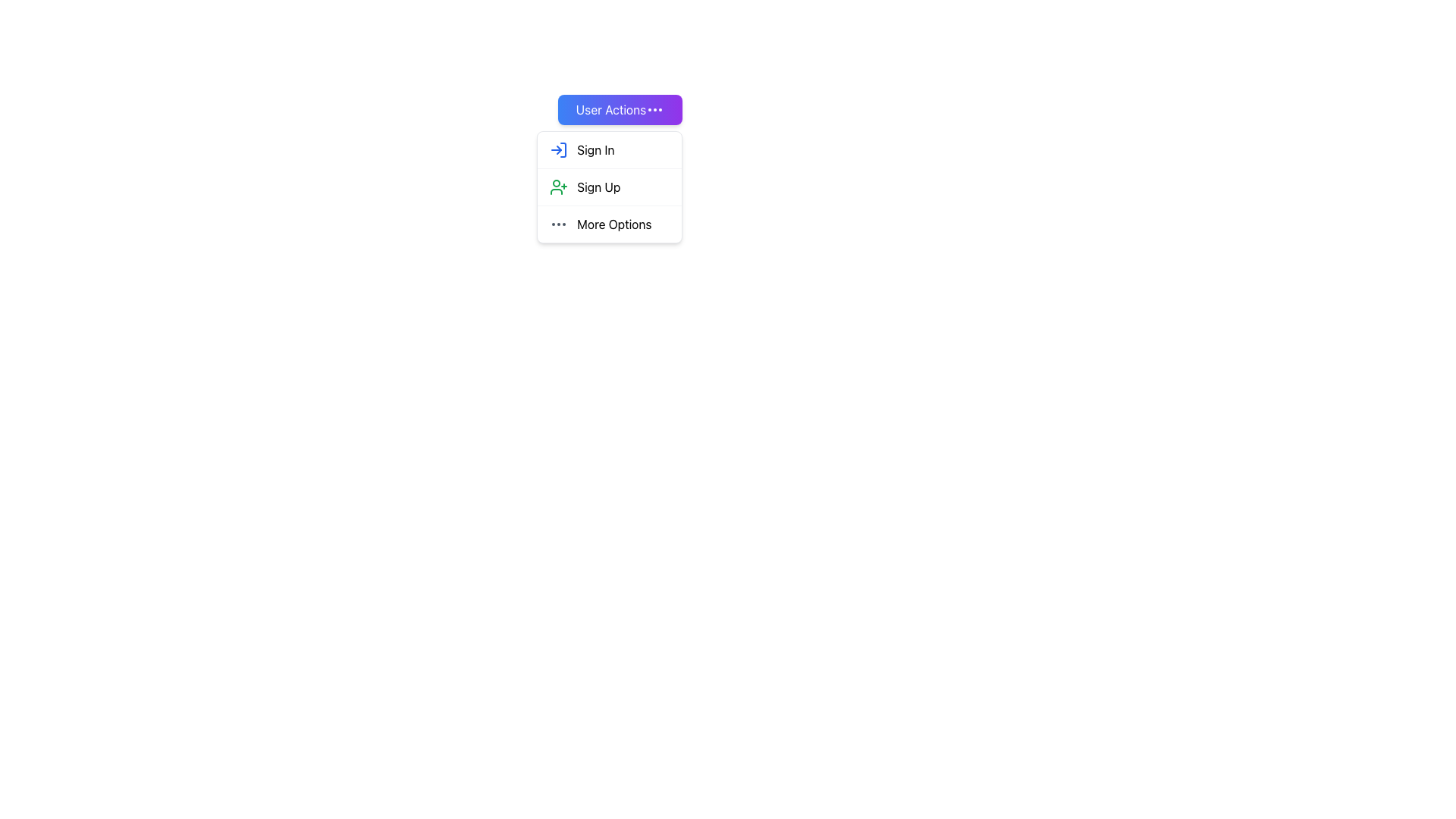 The width and height of the screenshot is (1456, 819). I want to click on the icon with three horizontally-aligned dots located on the right edge of the 'User Actions' button, so click(655, 109).